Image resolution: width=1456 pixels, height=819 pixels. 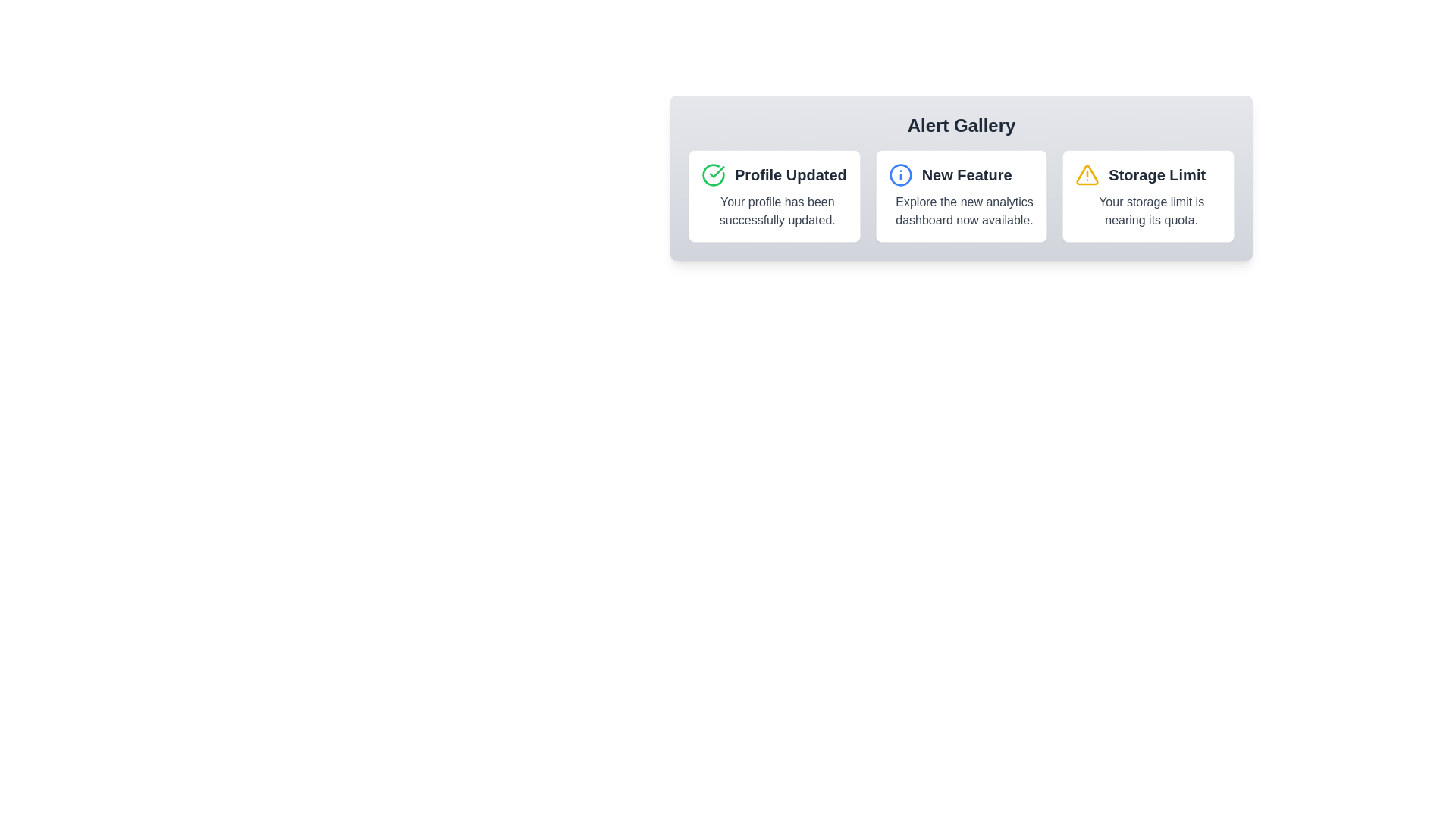 What do you see at coordinates (900, 174) in the screenshot?
I see `the blue stroke circular element in the center of the information icon located on the 'New Feature' card in the Alert Gallery` at bounding box center [900, 174].